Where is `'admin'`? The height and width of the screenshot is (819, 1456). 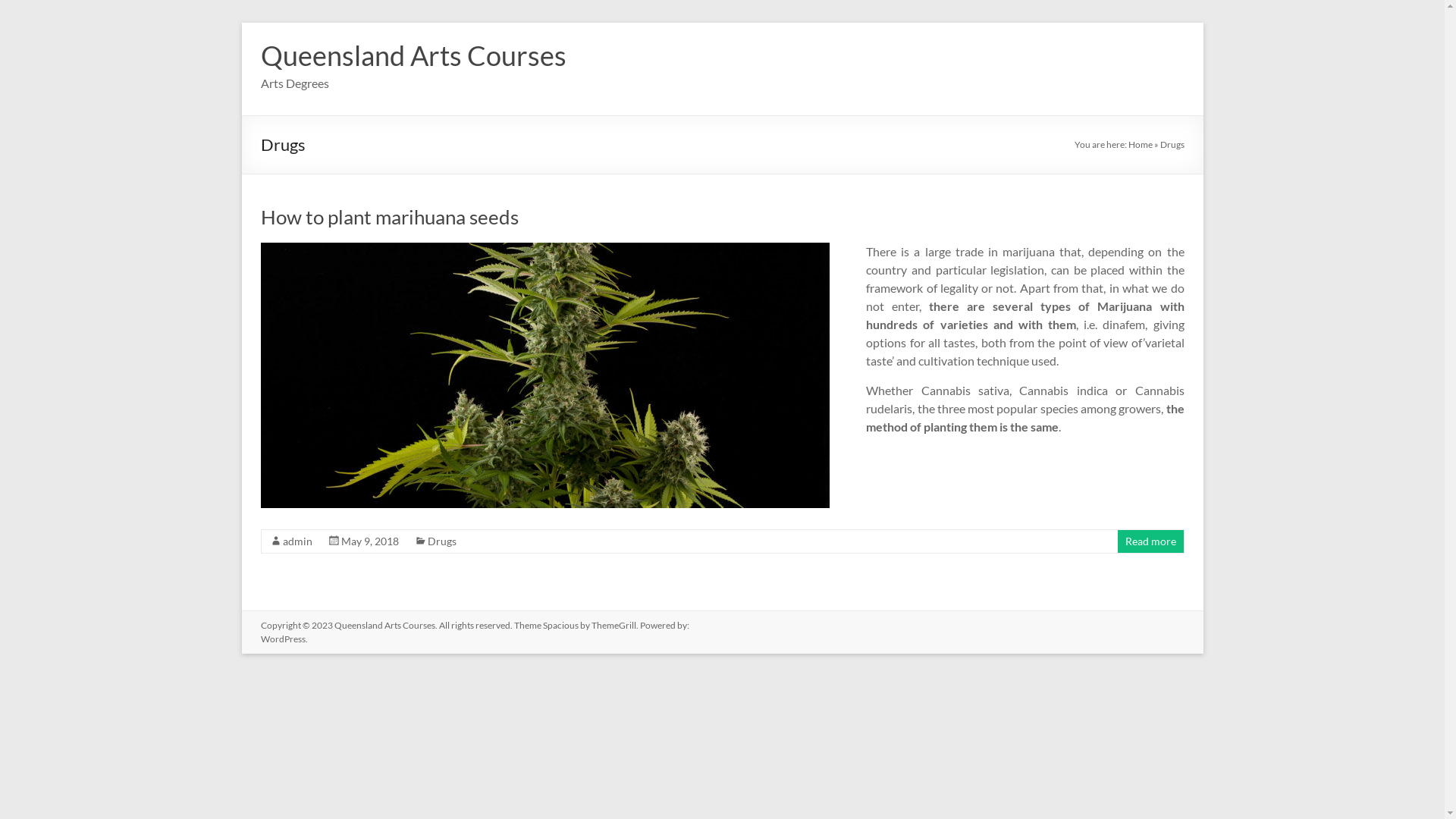 'admin' is located at coordinates (282, 540).